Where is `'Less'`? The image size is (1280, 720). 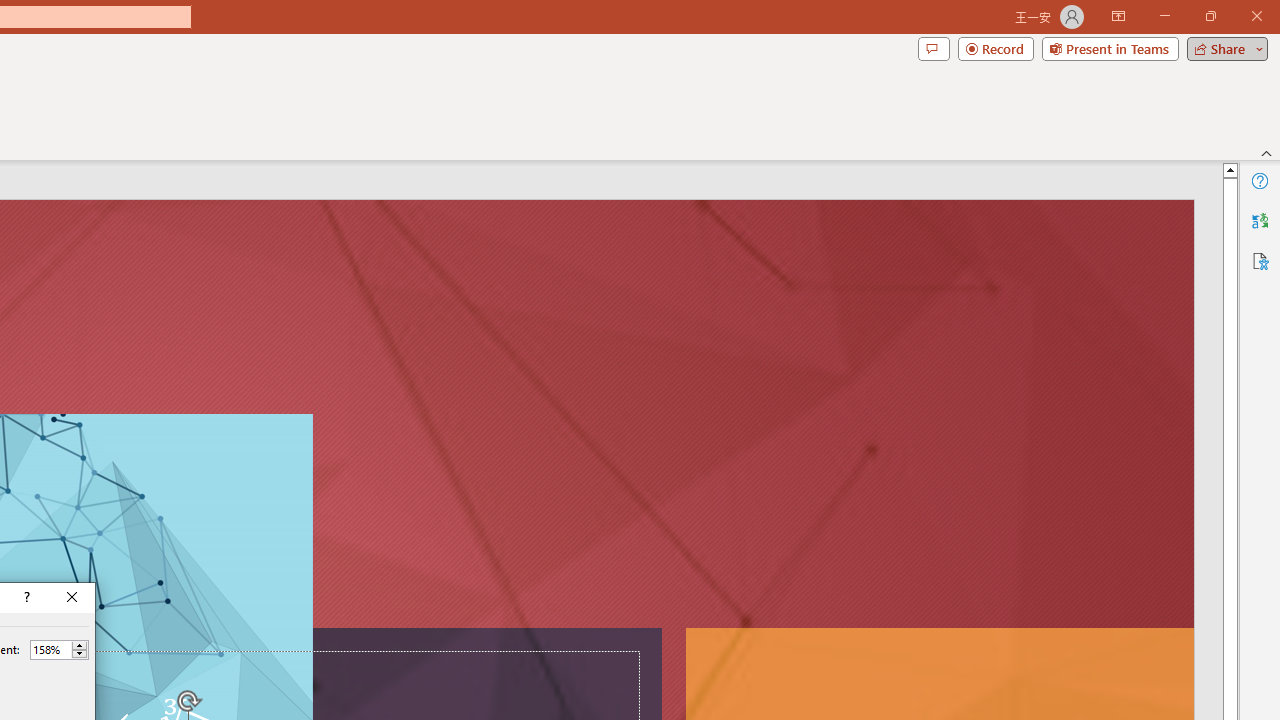
'Less' is located at coordinates (79, 654).